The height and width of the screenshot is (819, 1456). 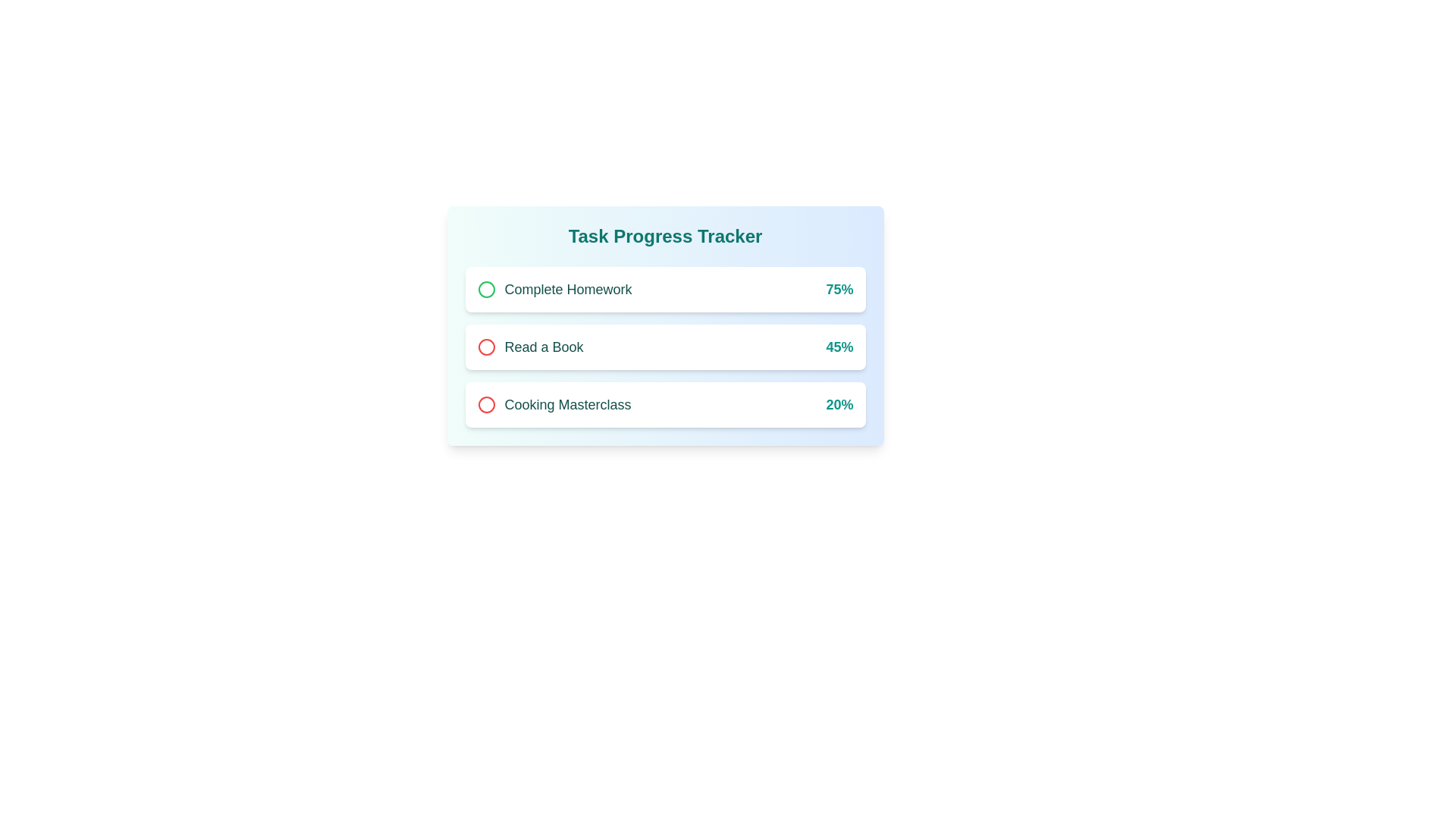 What do you see at coordinates (486, 289) in the screenshot?
I see `the status icon for the 'Complete Homework' task in the 'Task Progress Tracker' section, which is the leftmost item in the first row` at bounding box center [486, 289].